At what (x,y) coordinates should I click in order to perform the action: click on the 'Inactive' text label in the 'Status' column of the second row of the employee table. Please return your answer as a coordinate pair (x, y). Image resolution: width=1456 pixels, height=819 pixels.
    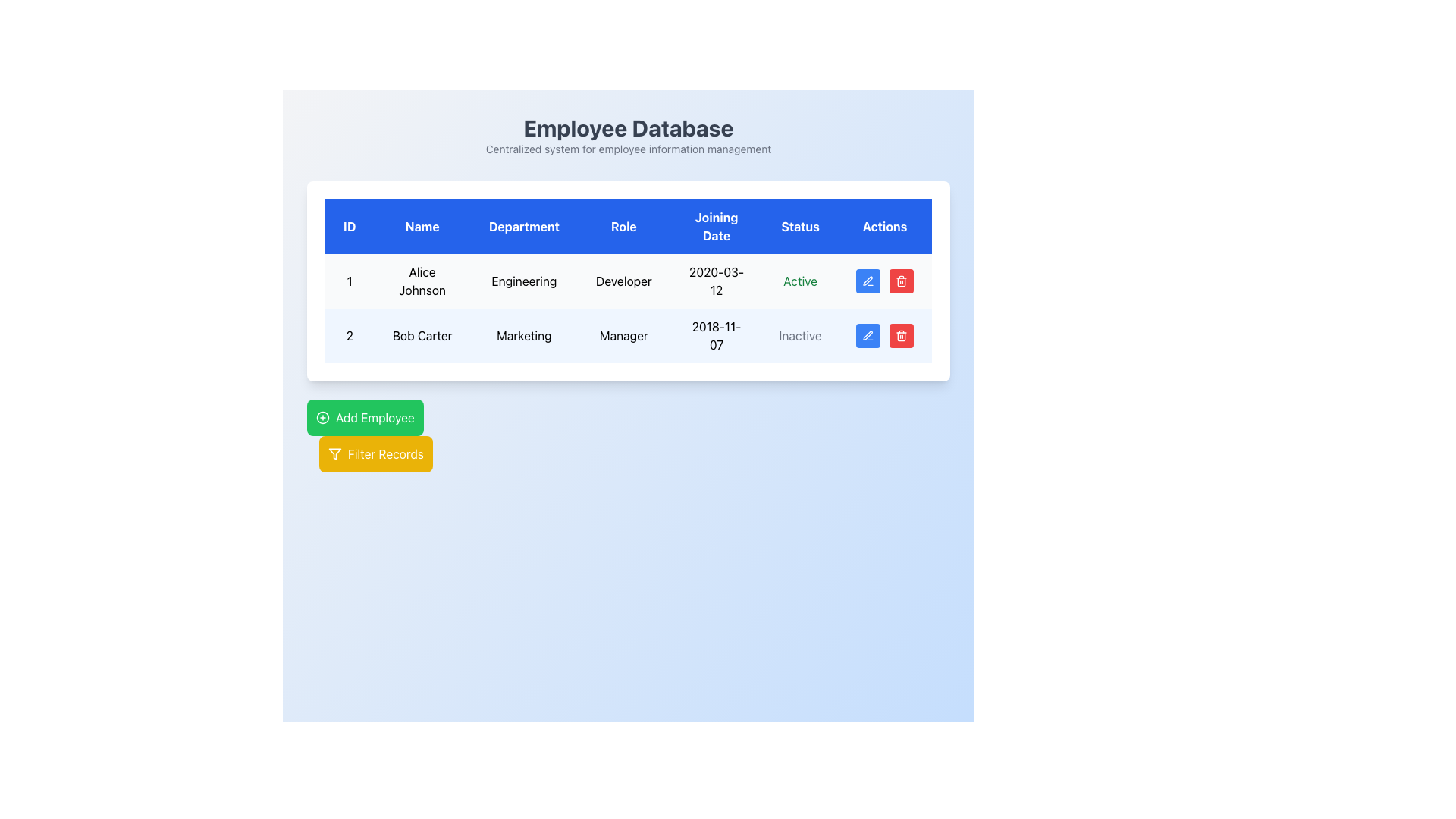
    Looking at the image, I should click on (799, 335).